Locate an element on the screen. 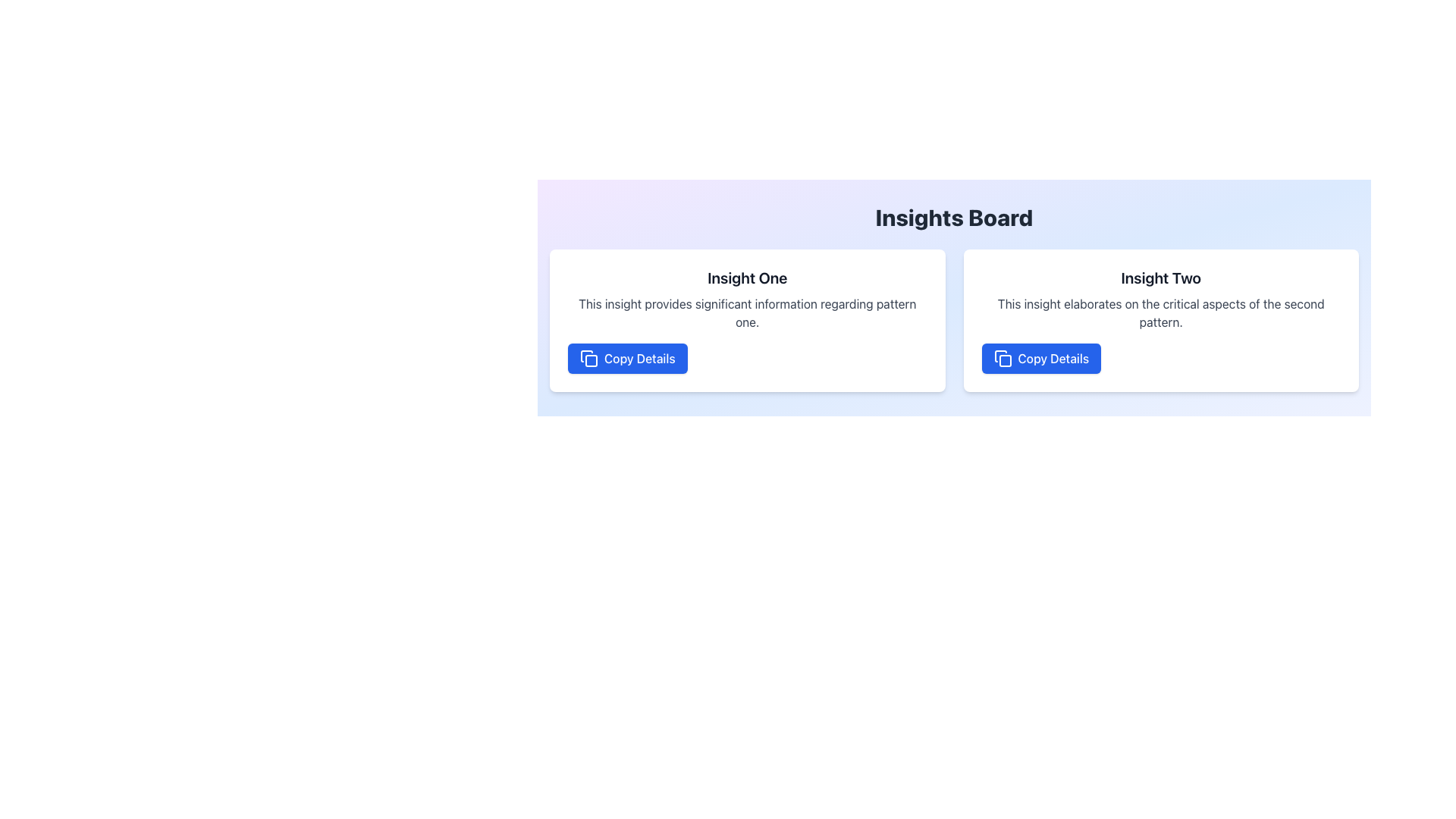  the decorative icon within the 'Copy Details' button located at the bottom-center of the right card labeled 'Insight Two' is located at coordinates (1003, 359).